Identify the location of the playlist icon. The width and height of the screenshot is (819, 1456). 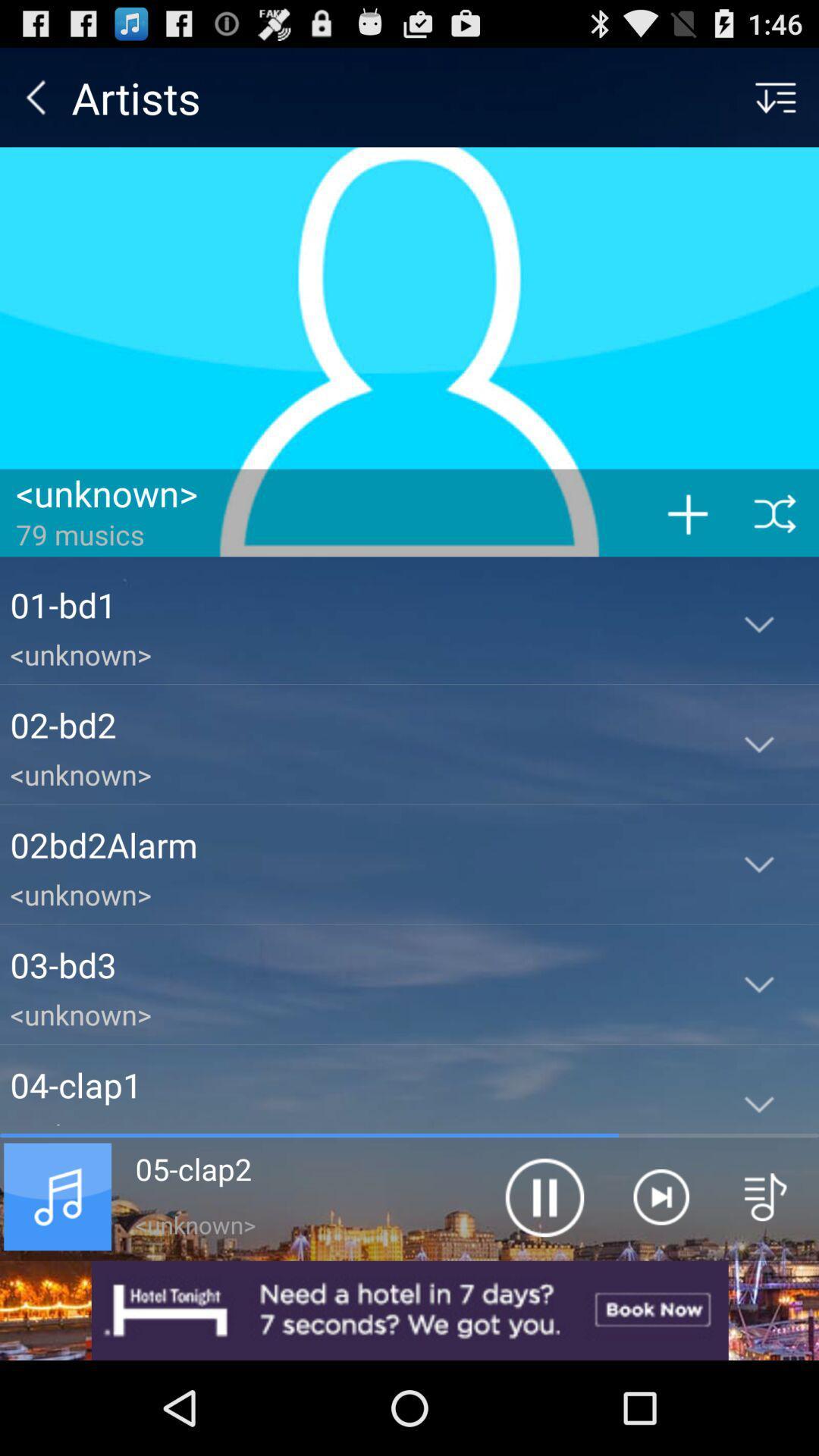
(766, 1280).